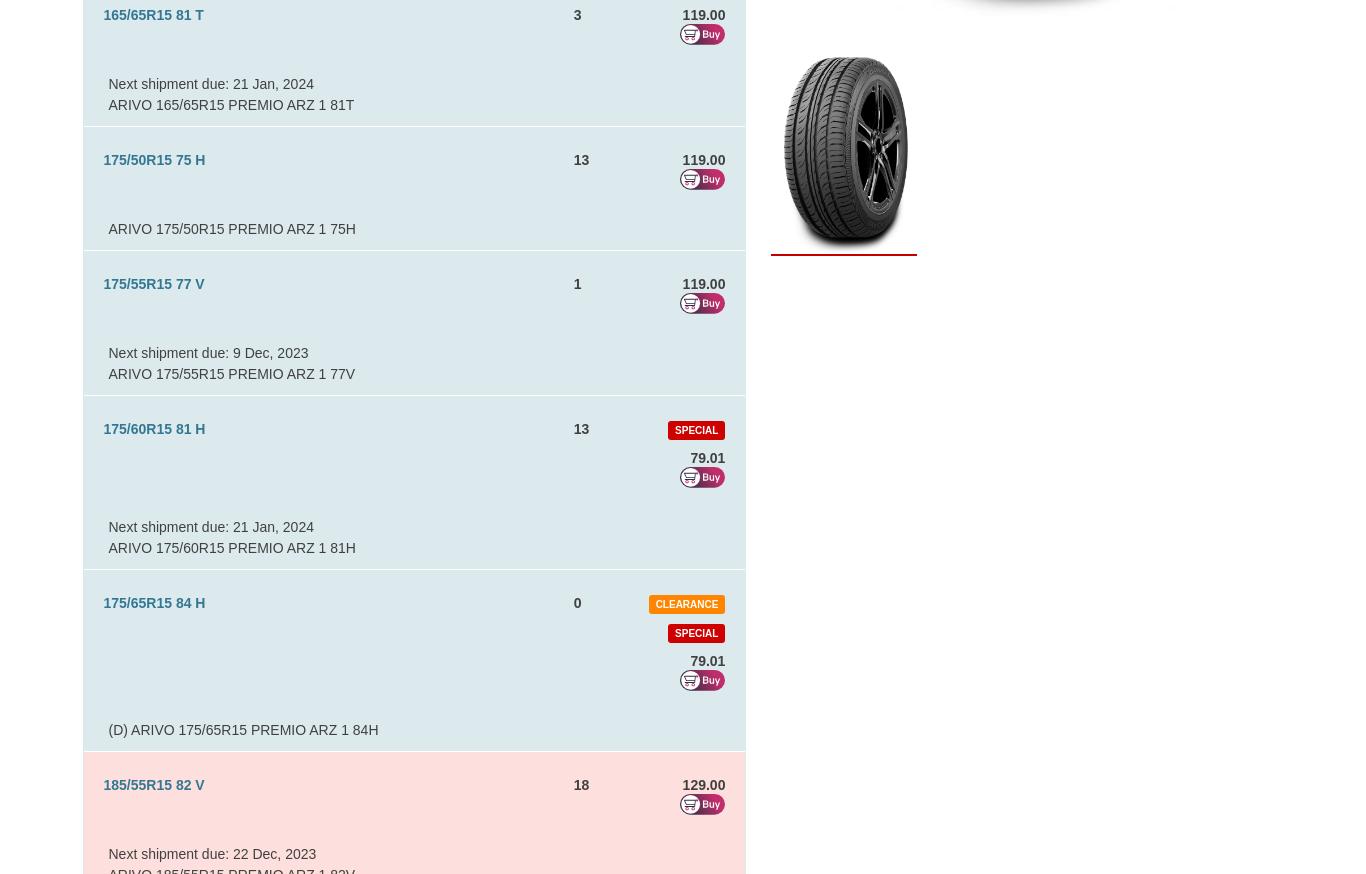  I want to click on '165/65R15 81 T', so click(151, 14).